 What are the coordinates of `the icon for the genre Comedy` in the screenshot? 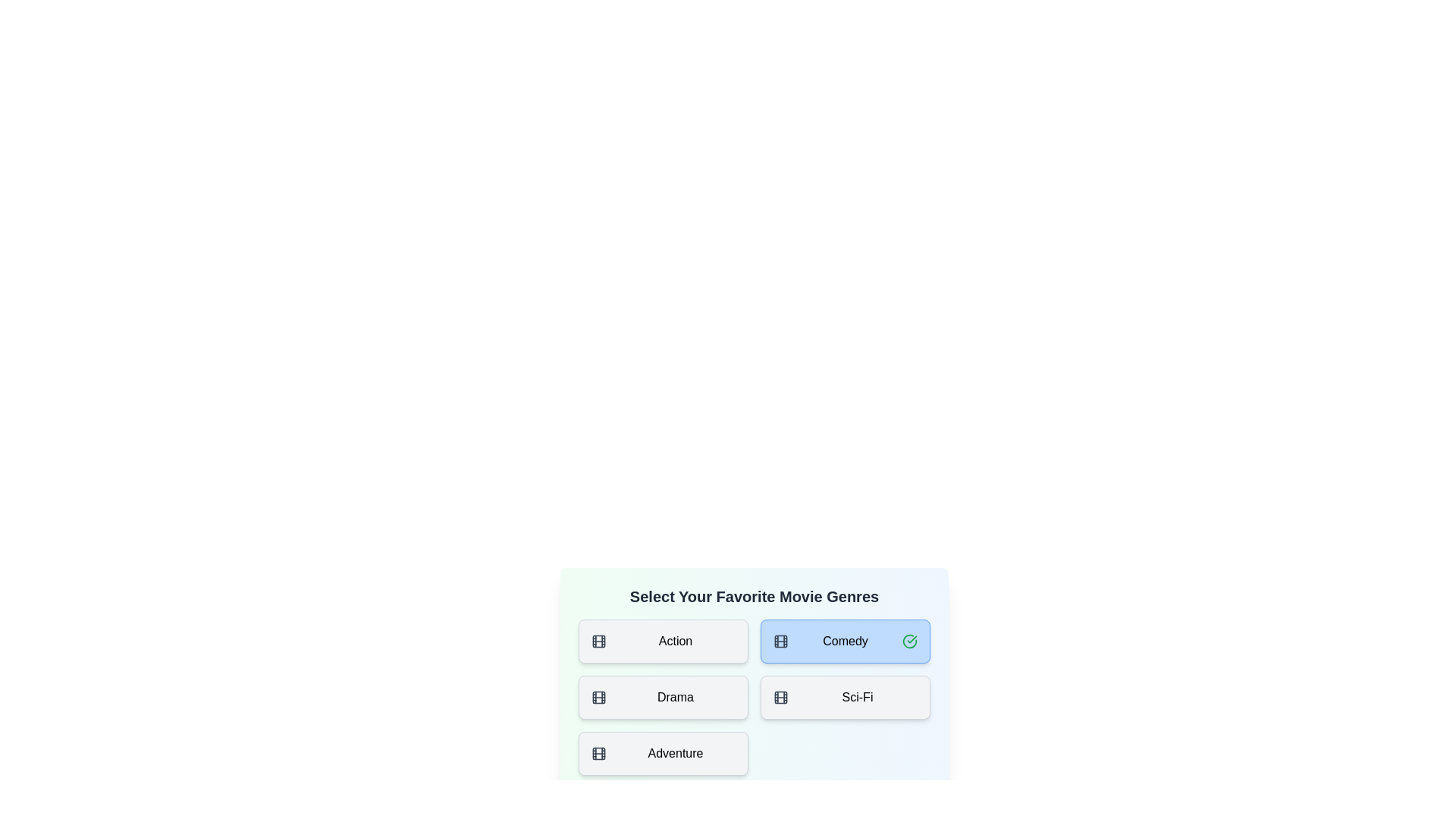 It's located at (781, 641).